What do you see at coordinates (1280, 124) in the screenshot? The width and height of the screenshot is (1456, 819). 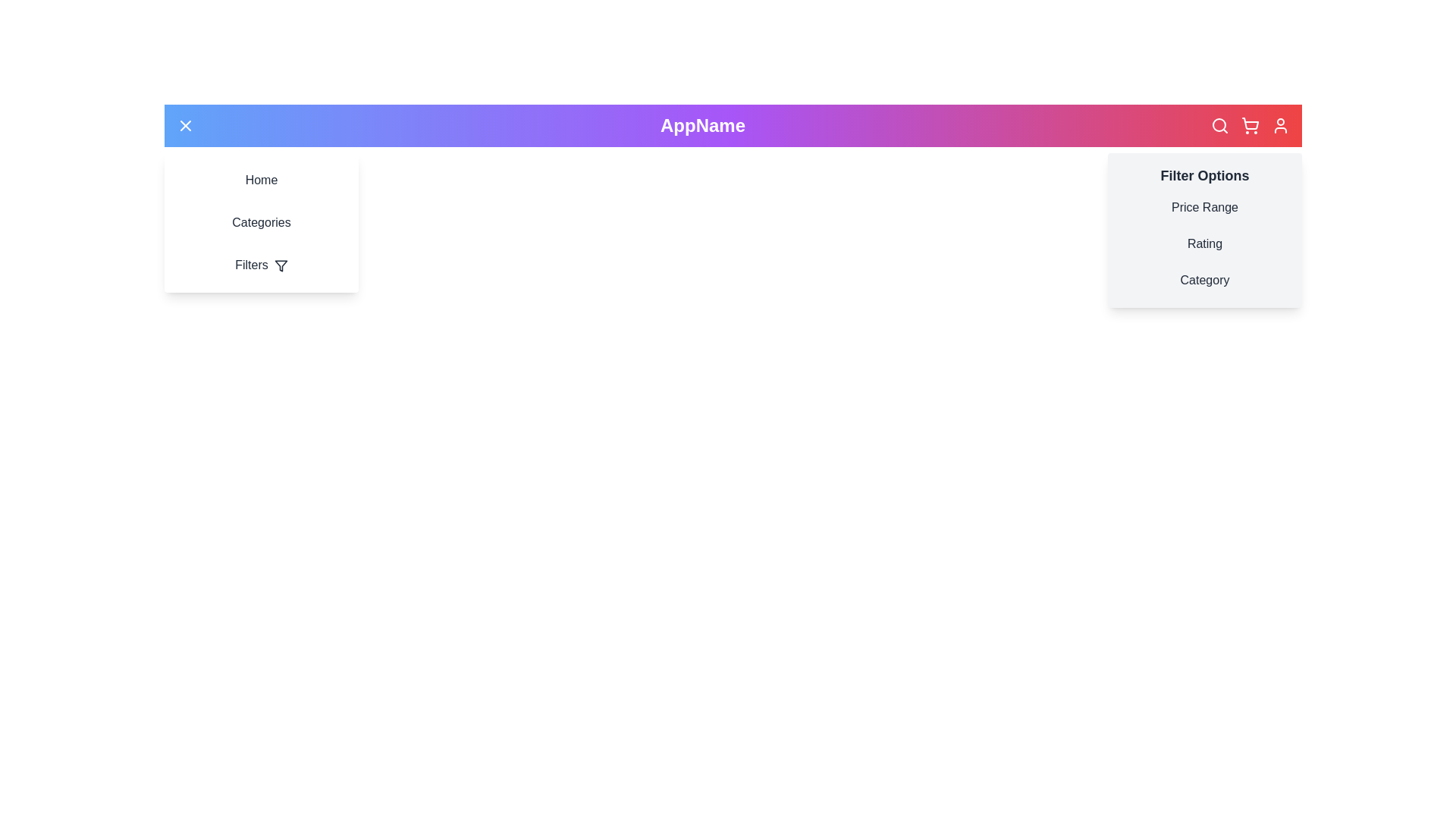 I see `the user profile access button located at the far-right side of the horizontal navigation bar, which is the last icon among a sequence of three icons` at bounding box center [1280, 124].